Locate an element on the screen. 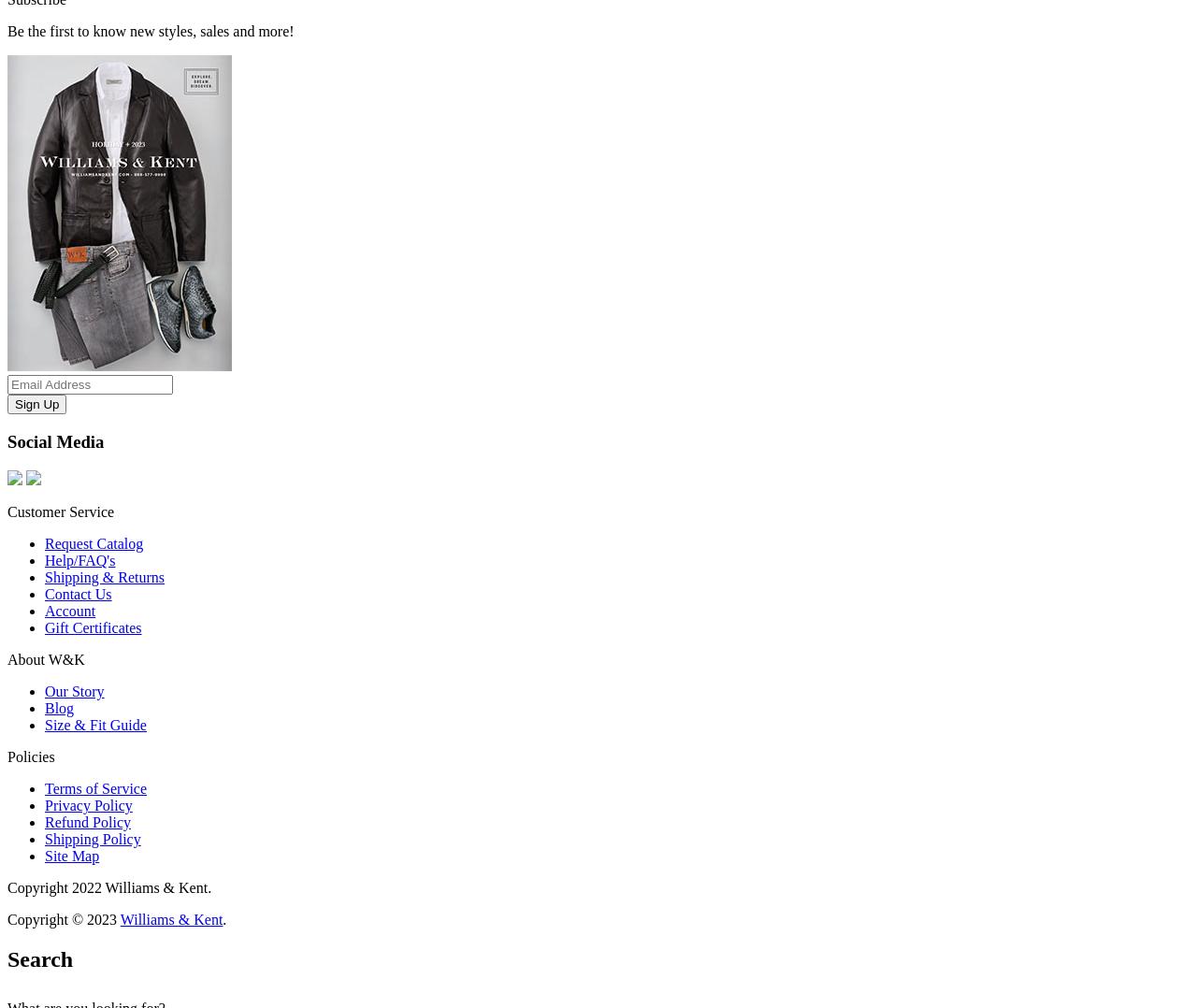 This screenshot has width=1197, height=1008. 'Customer Service' is located at coordinates (7, 510).